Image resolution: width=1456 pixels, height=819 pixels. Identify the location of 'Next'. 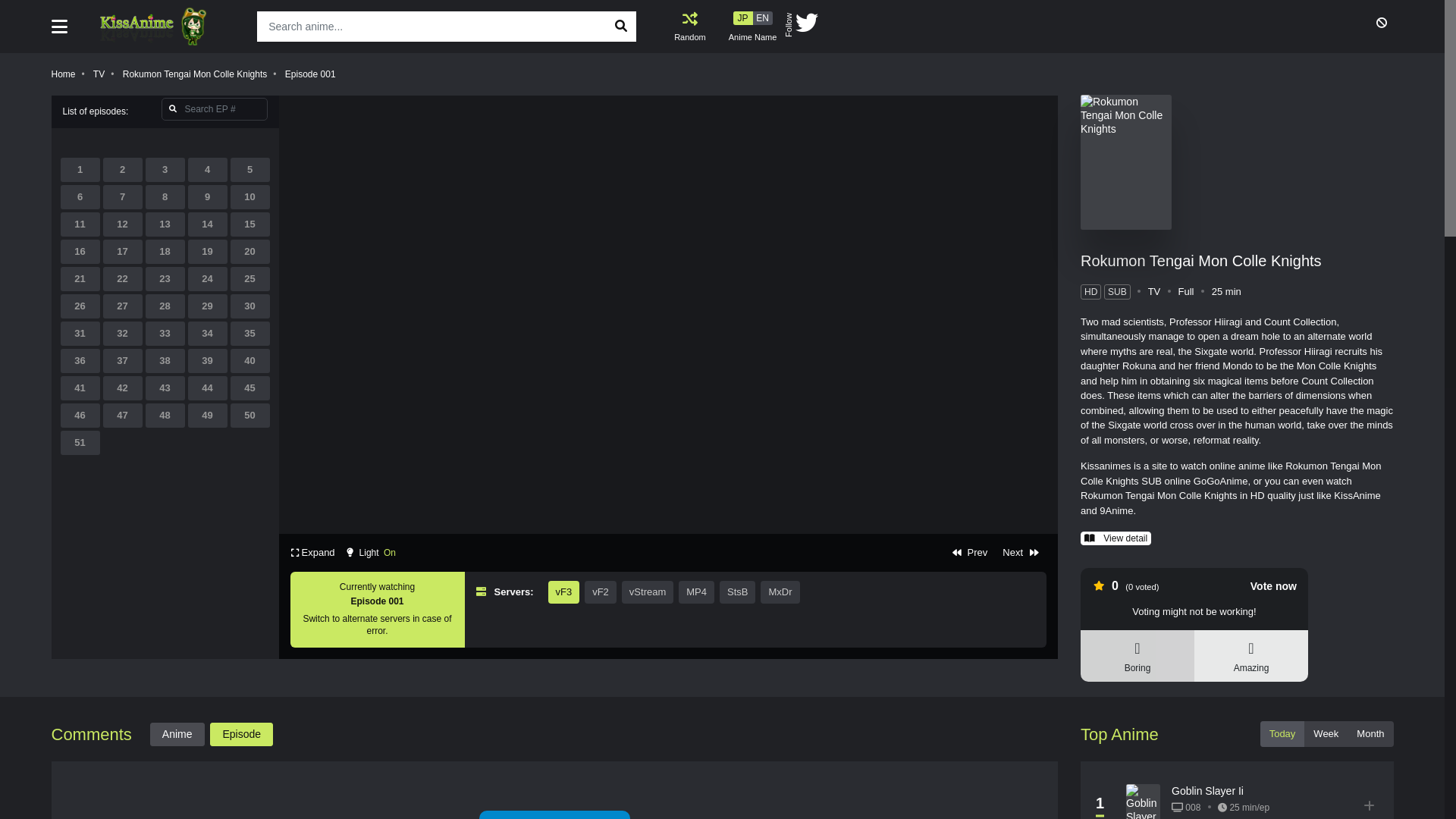
(1020, 553).